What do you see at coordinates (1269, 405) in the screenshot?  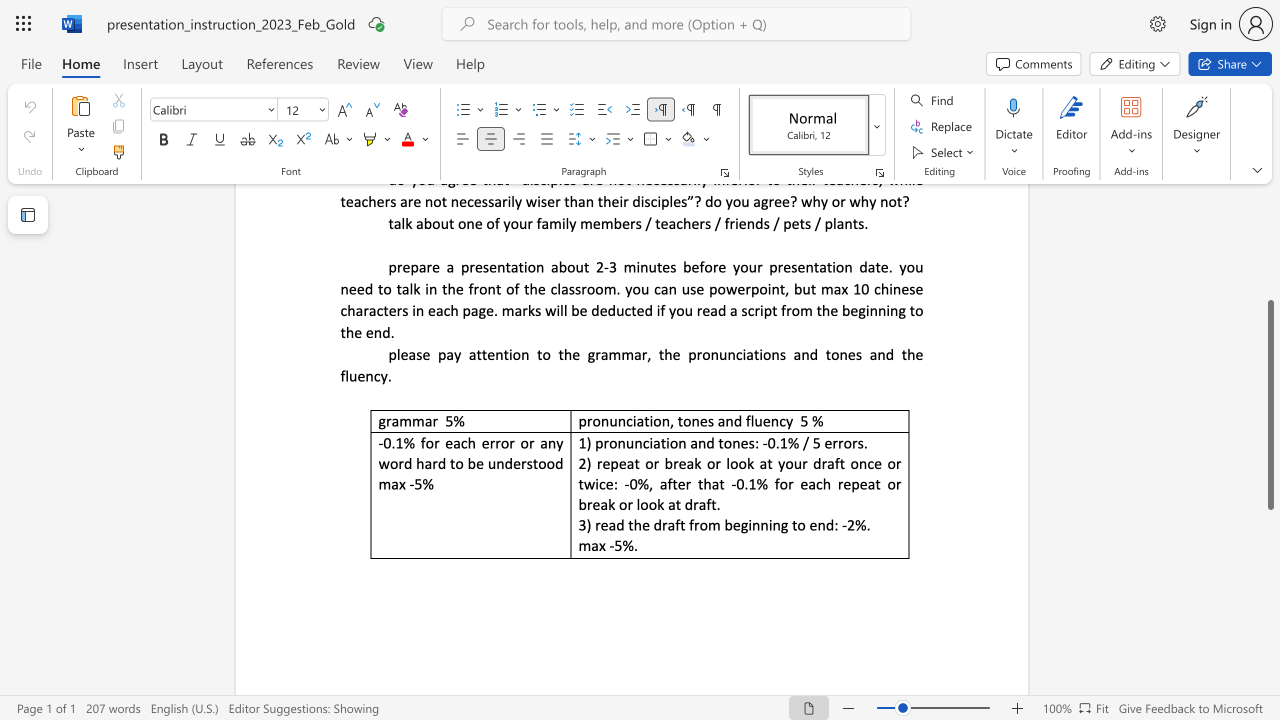 I see `the scrollbar and move up 110 pixels` at bounding box center [1269, 405].